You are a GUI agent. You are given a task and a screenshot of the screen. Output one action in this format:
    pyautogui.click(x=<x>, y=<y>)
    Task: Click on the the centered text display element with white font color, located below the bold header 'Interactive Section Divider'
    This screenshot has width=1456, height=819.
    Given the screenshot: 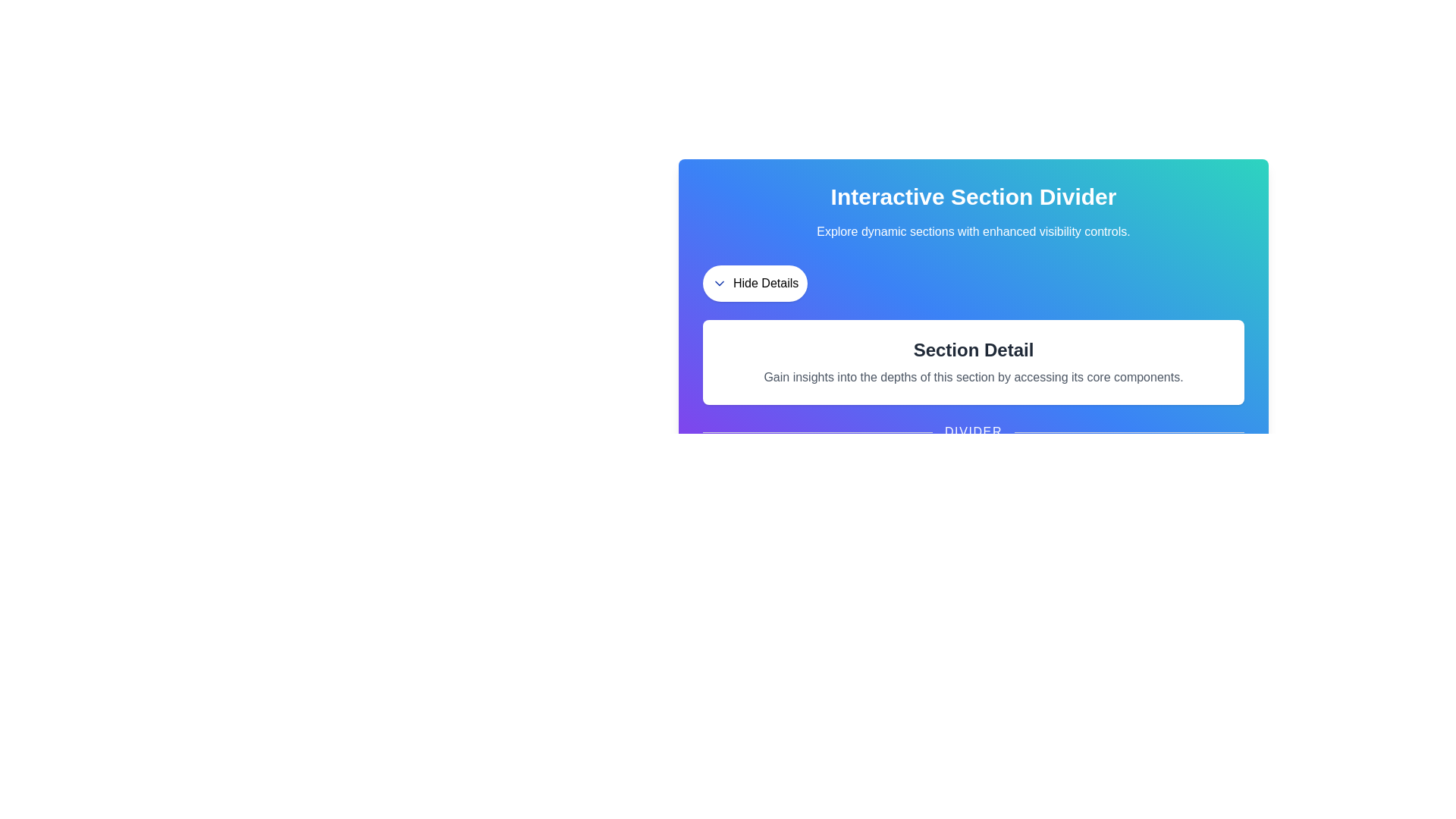 What is the action you would take?
    pyautogui.click(x=973, y=231)
    